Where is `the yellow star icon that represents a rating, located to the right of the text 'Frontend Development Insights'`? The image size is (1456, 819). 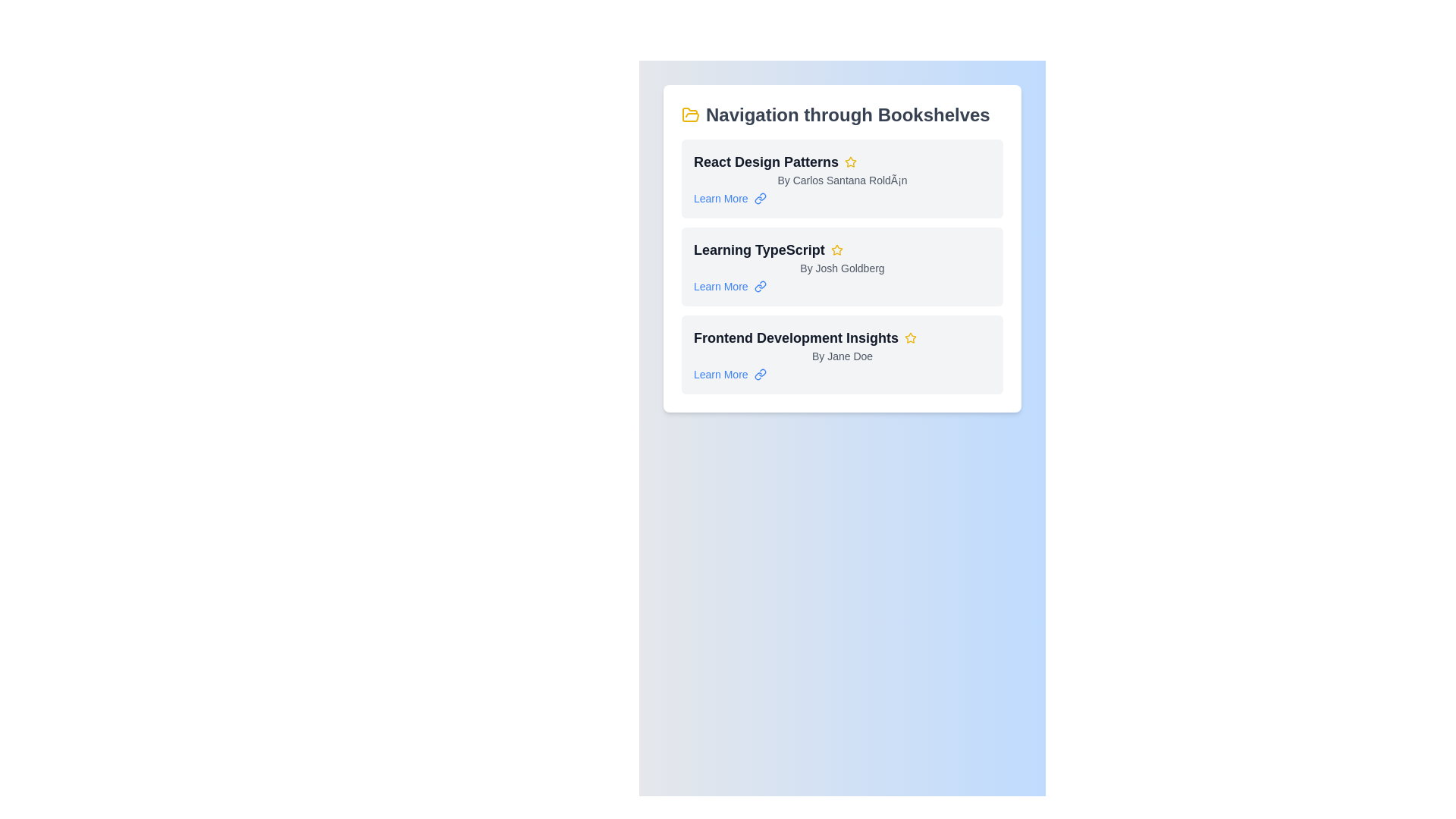
the yellow star icon that represents a rating, located to the right of the text 'Frontend Development Insights' is located at coordinates (910, 337).